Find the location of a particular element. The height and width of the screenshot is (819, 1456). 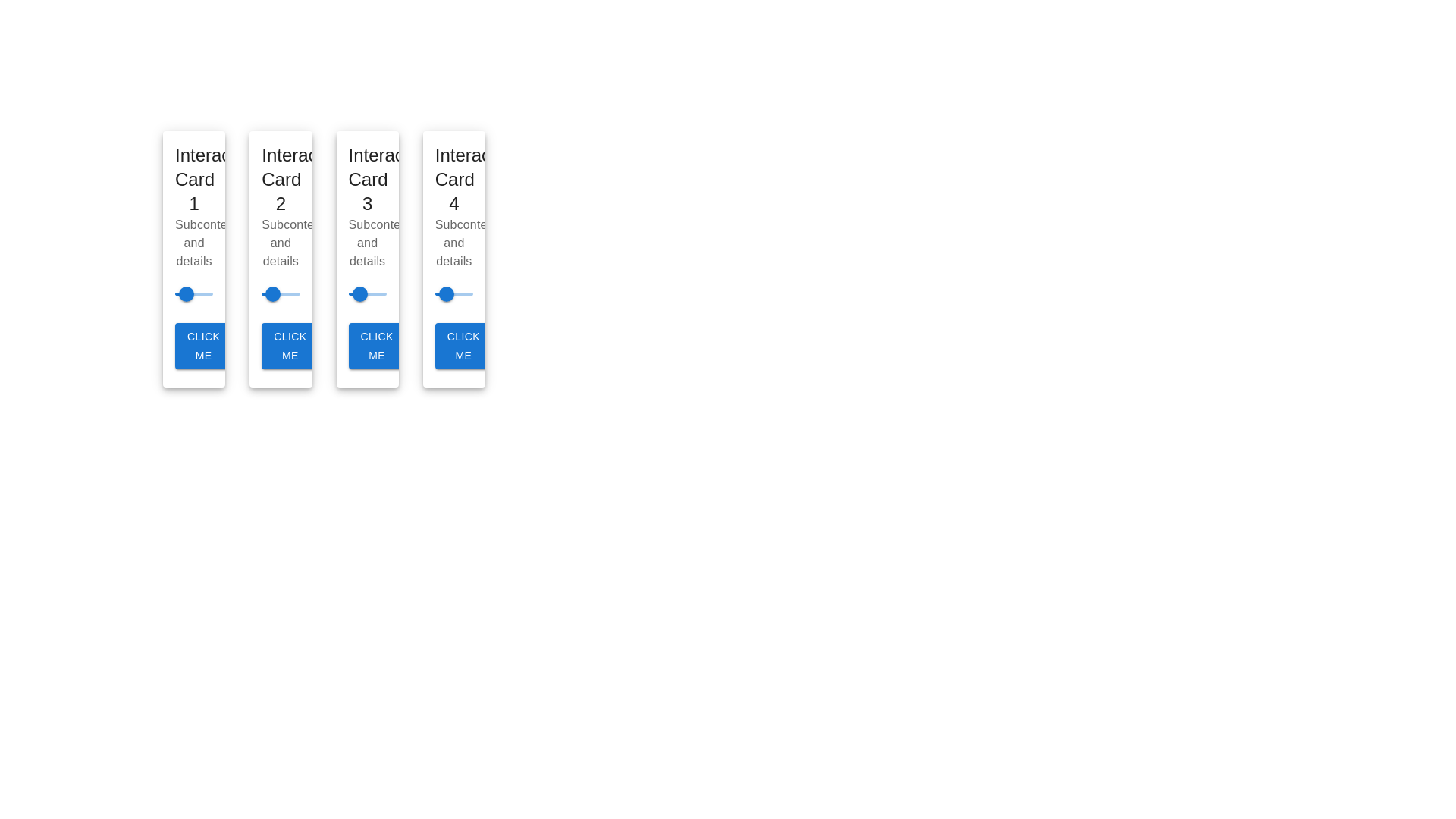

the first knob on the second horizontal slider in 'Interact Card 2' is located at coordinates (273, 294).